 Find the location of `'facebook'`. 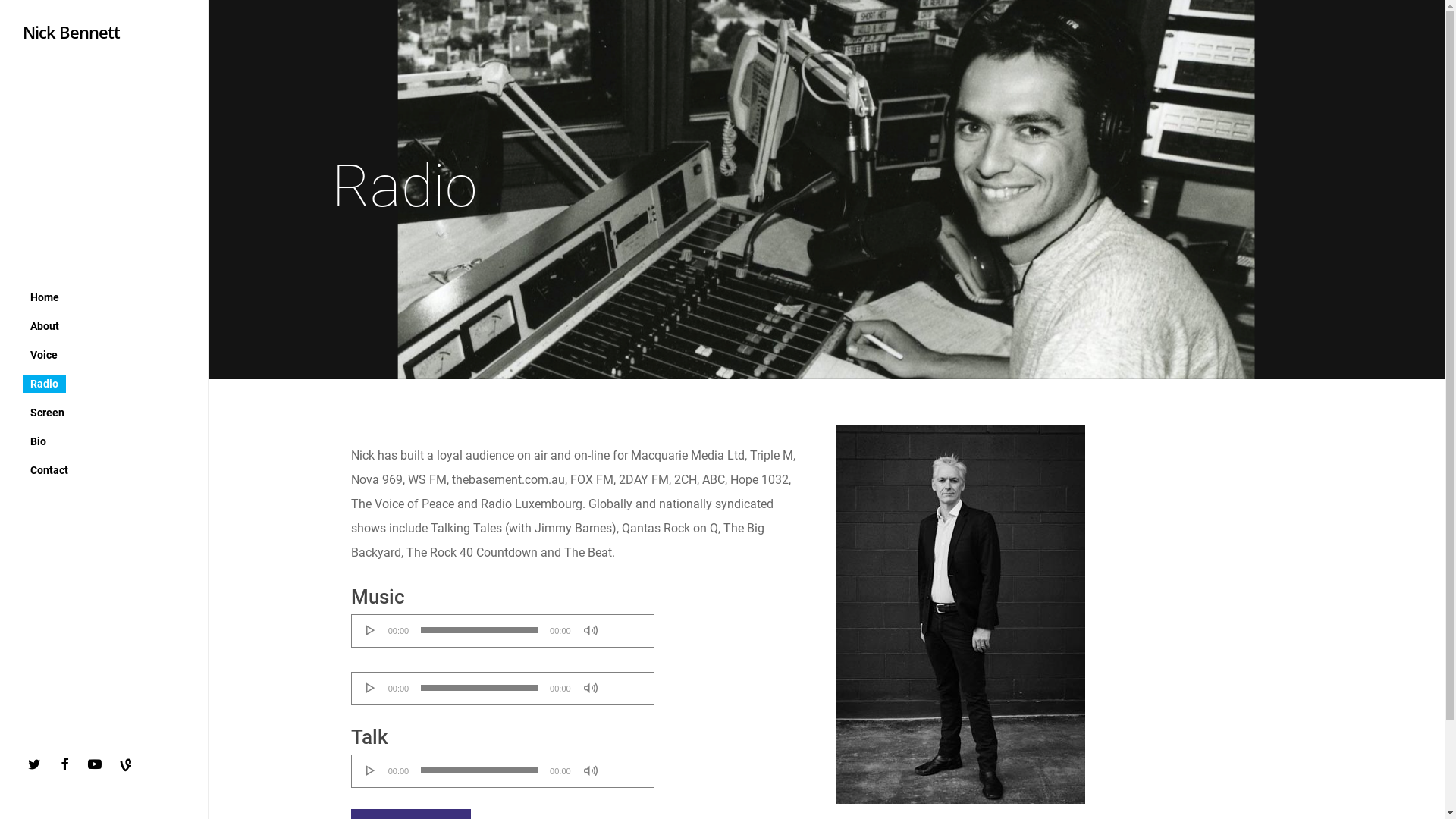

'facebook' is located at coordinates (67, 764).